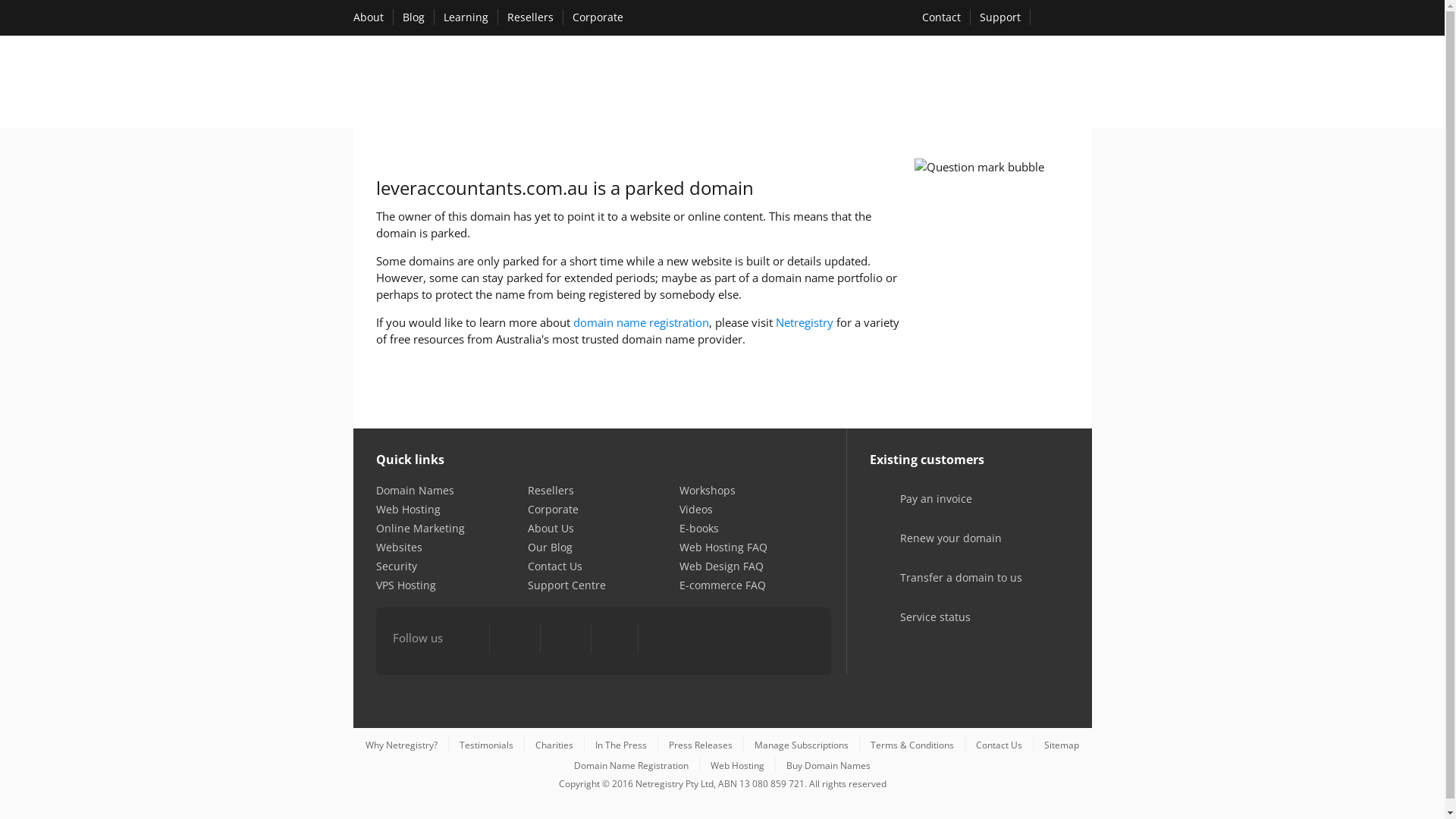 The width and height of the screenshot is (1456, 819). I want to click on 'Workshops', so click(706, 490).